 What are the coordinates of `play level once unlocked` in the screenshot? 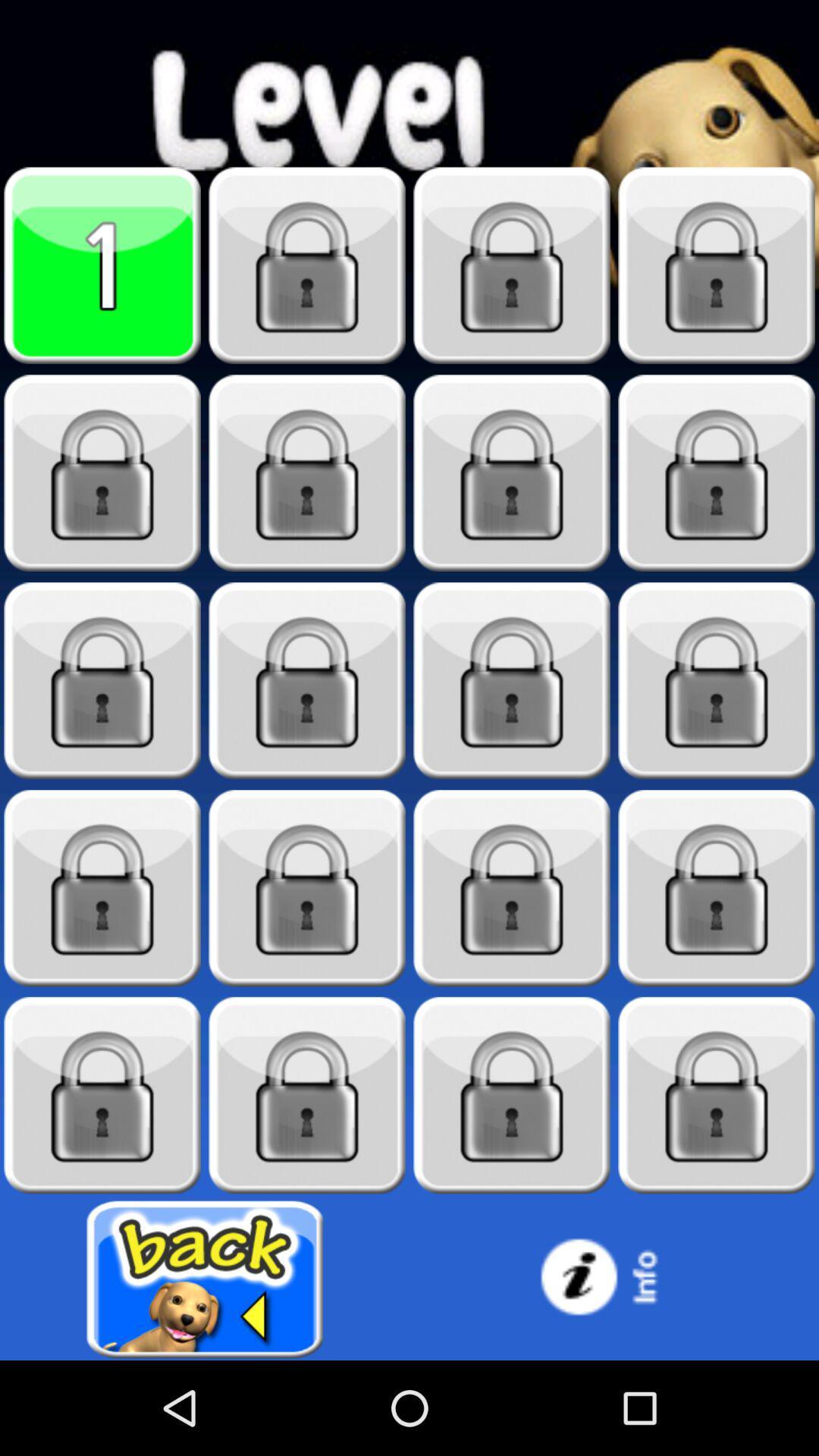 It's located at (717, 472).